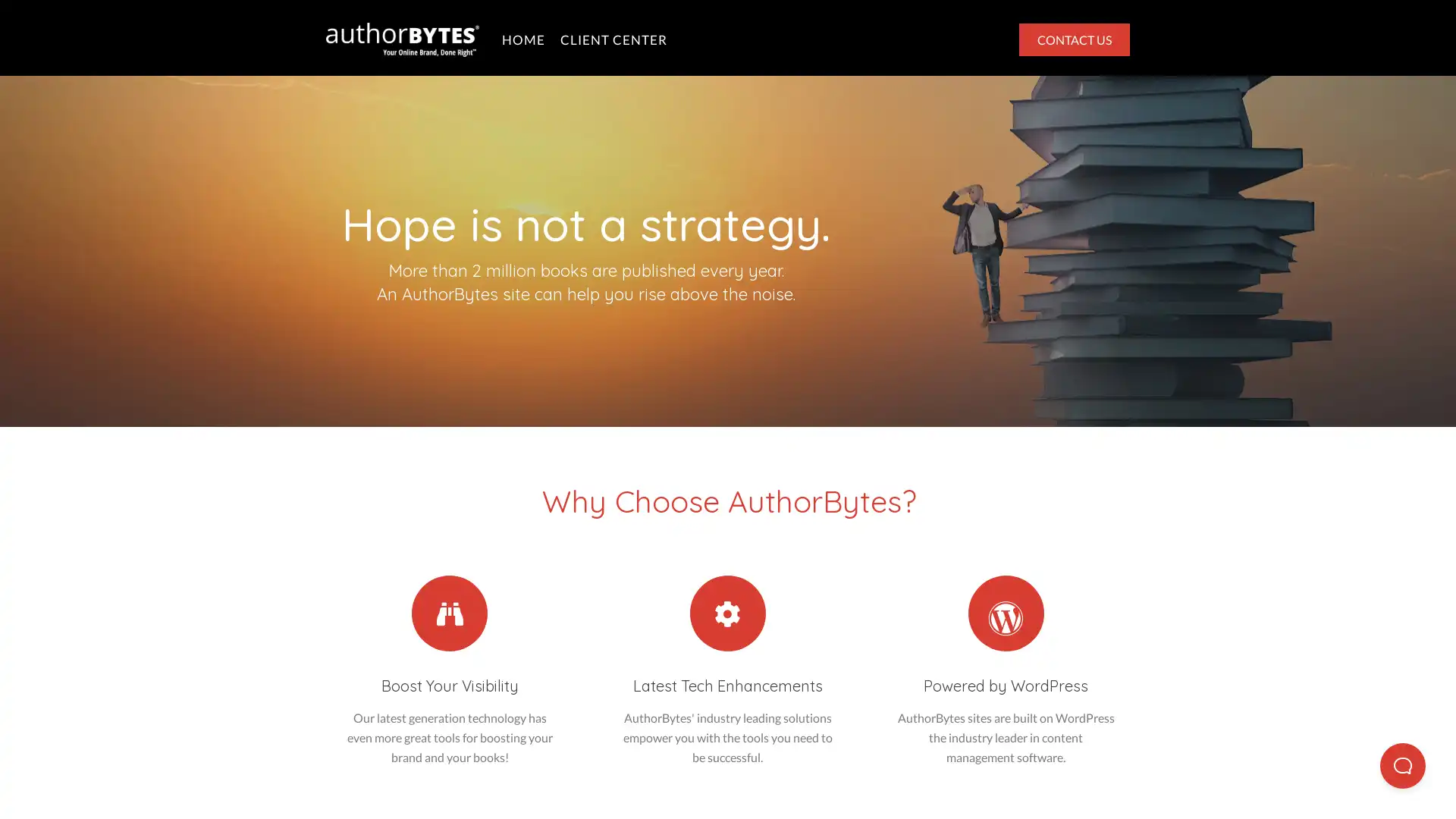 The width and height of the screenshot is (1456, 819). I want to click on More Information, so click(127, 773).